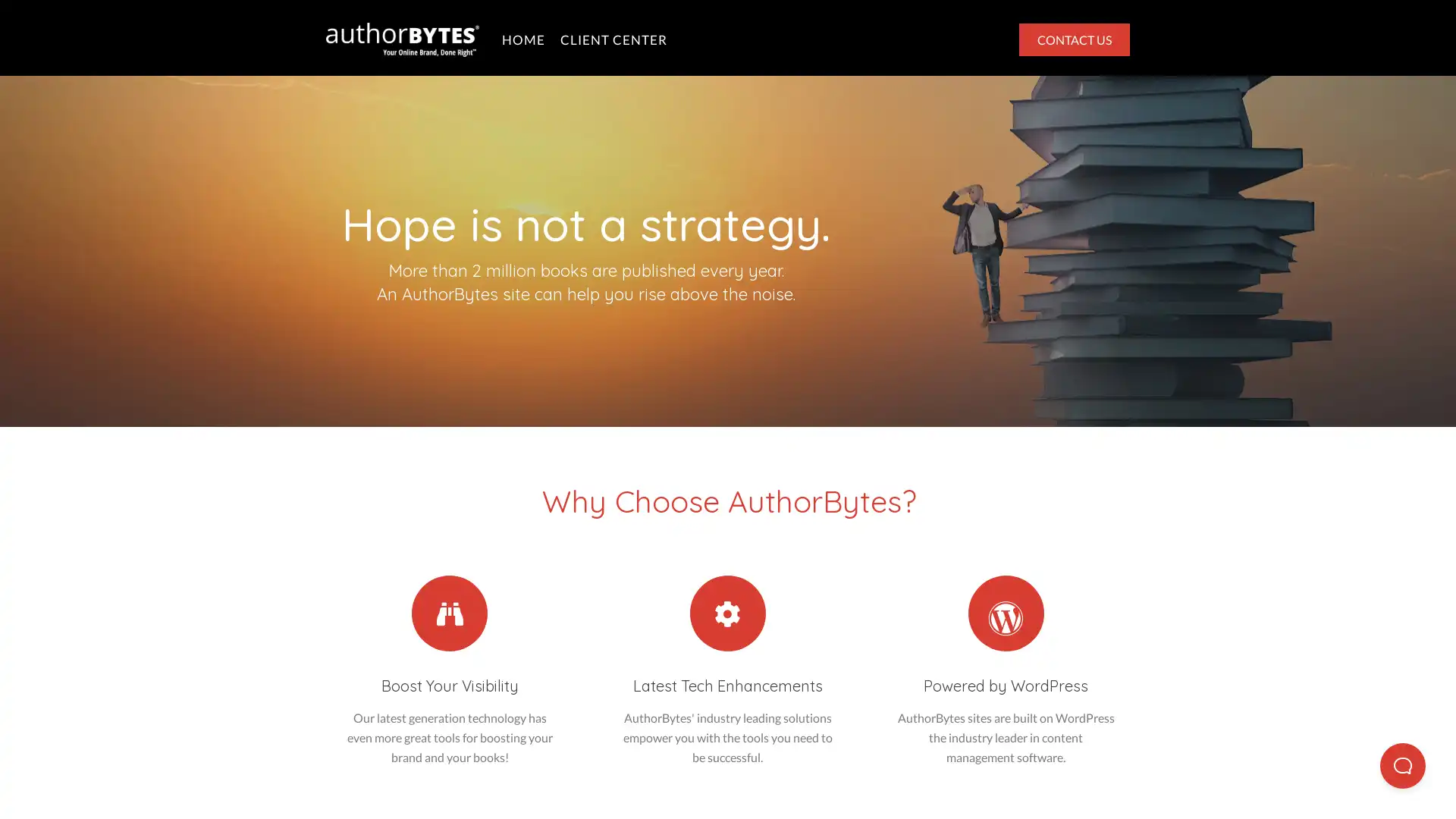 The width and height of the screenshot is (1456, 819). I want to click on More Information, so click(127, 773).